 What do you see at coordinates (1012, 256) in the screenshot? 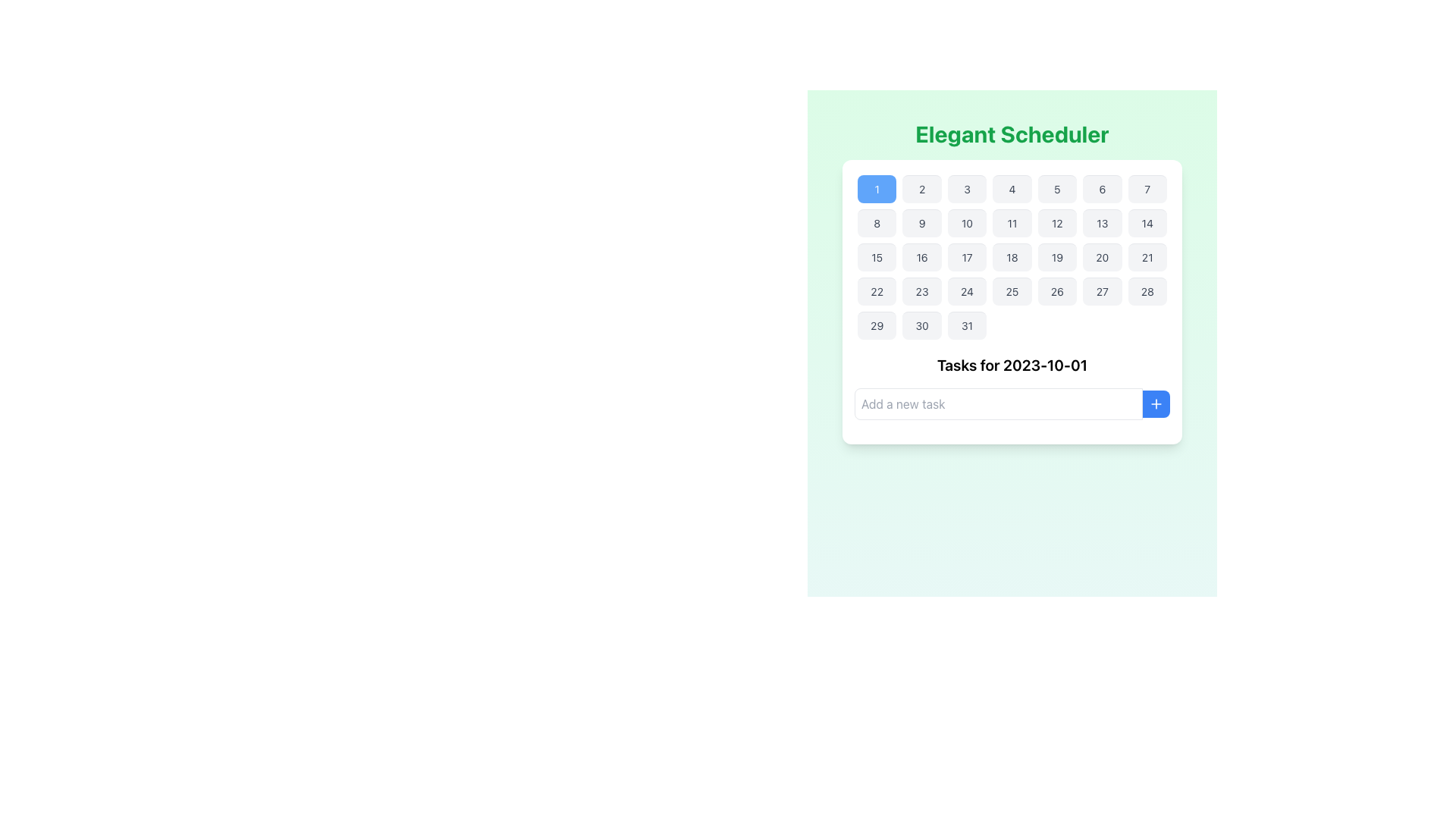
I see `the selected day in the calendar grid` at bounding box center [1012, 256].